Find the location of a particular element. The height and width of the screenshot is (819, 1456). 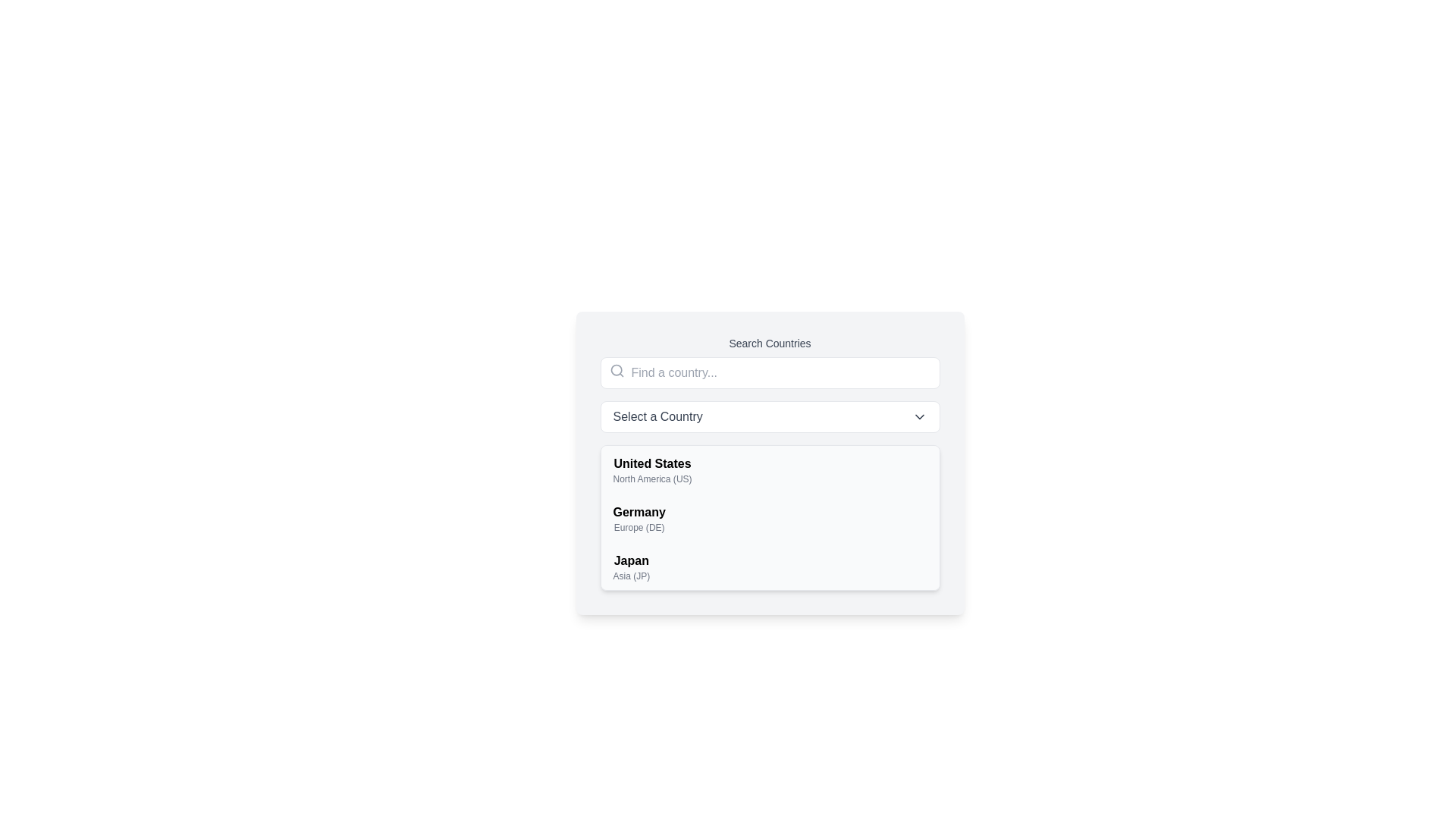

bold text label 'United States' which is the first entry in the list below the 'Search Countries' drop-down interface is located at coordinates (652, 463).